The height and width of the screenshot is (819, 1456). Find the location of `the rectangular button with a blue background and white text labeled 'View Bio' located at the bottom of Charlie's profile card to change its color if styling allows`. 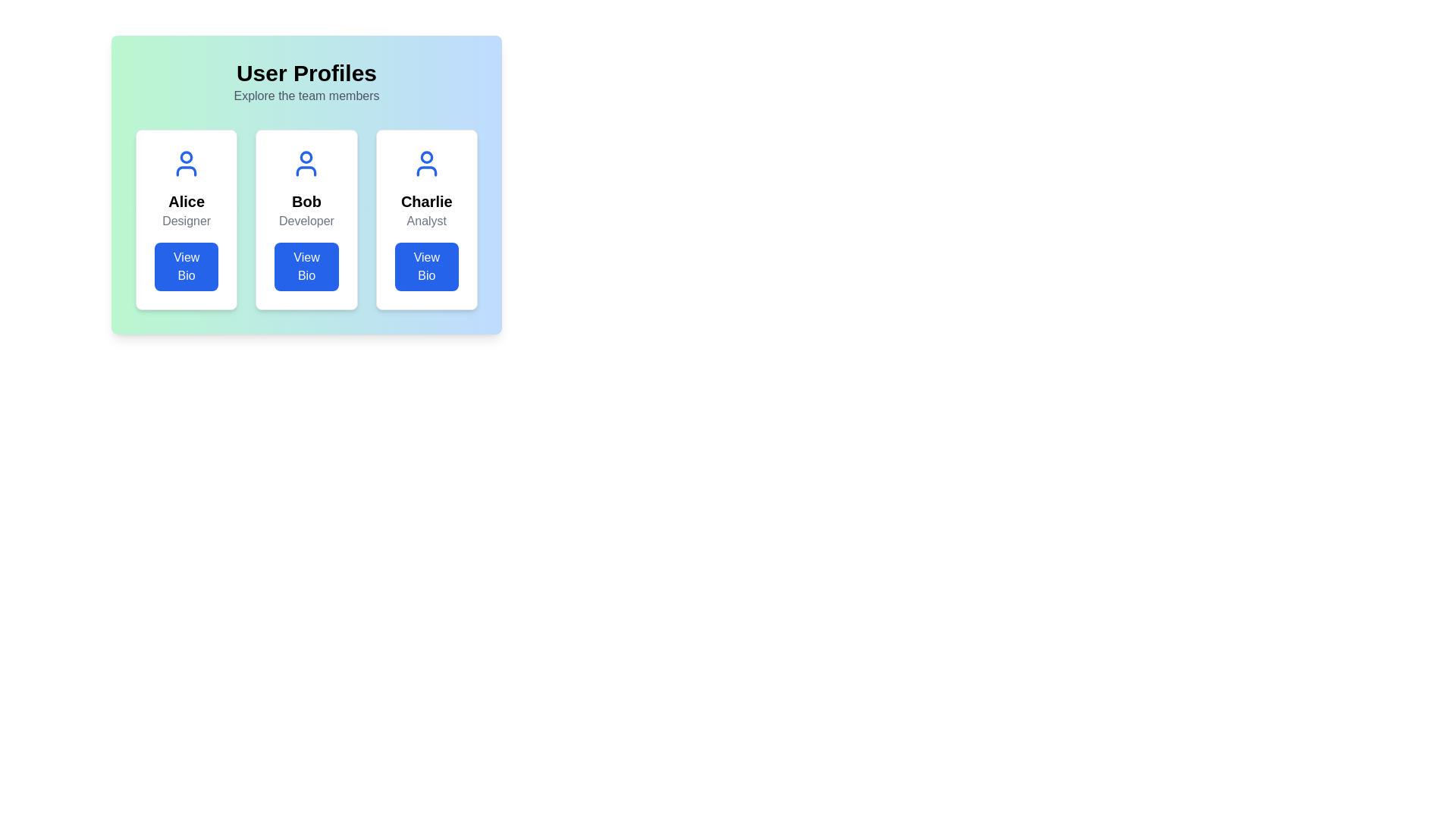

the rectangular button with a blue background and white text labeled 'View Bio' located at the bottom of Charlie's profile card to change its color if styling allows is located at coordinates (425, 265).